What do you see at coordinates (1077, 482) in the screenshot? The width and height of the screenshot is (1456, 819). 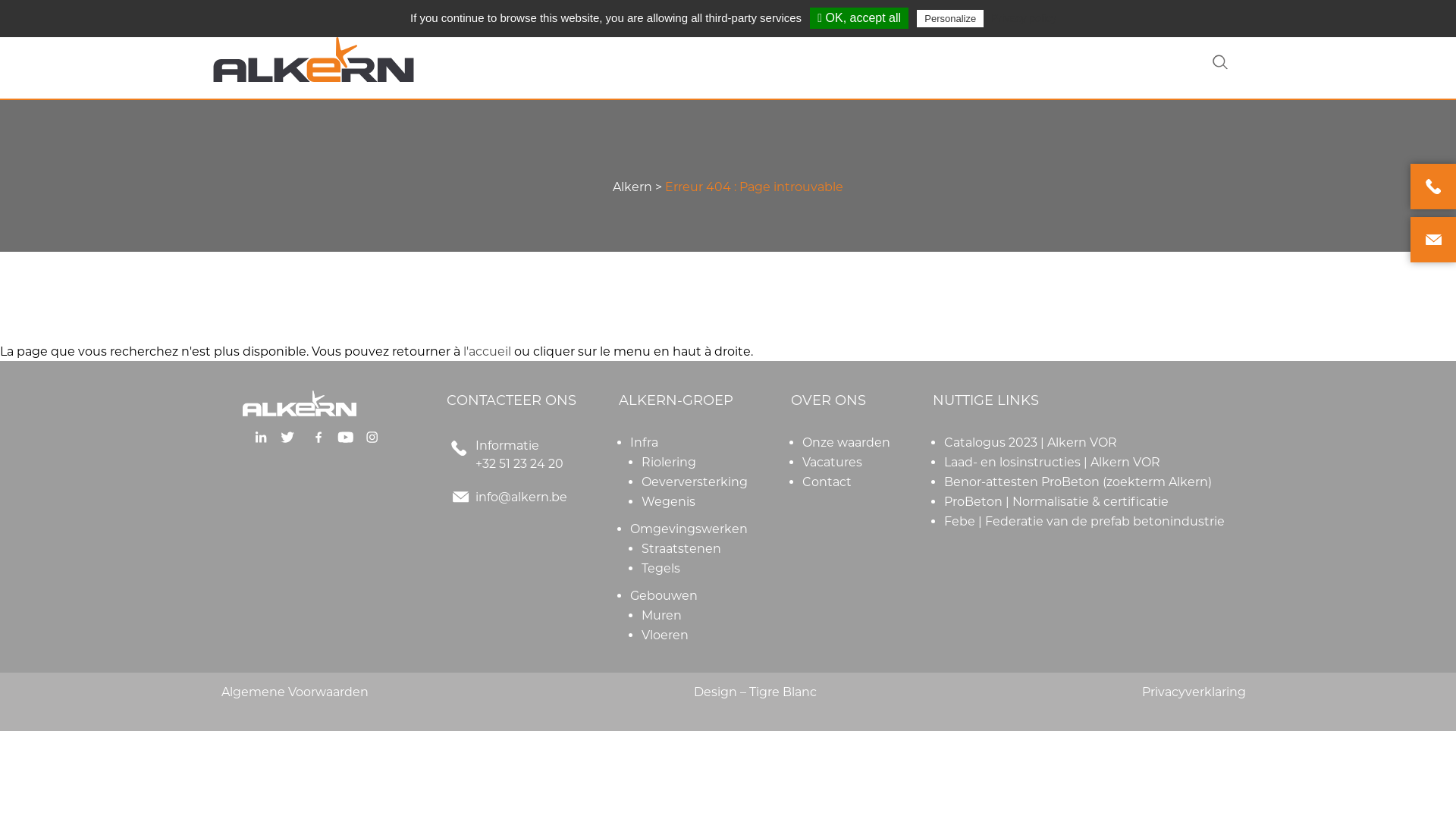 I see `'Benor-attesten ProBeton (zoekterm Alkern)'` at bounding box center [1077, 482].